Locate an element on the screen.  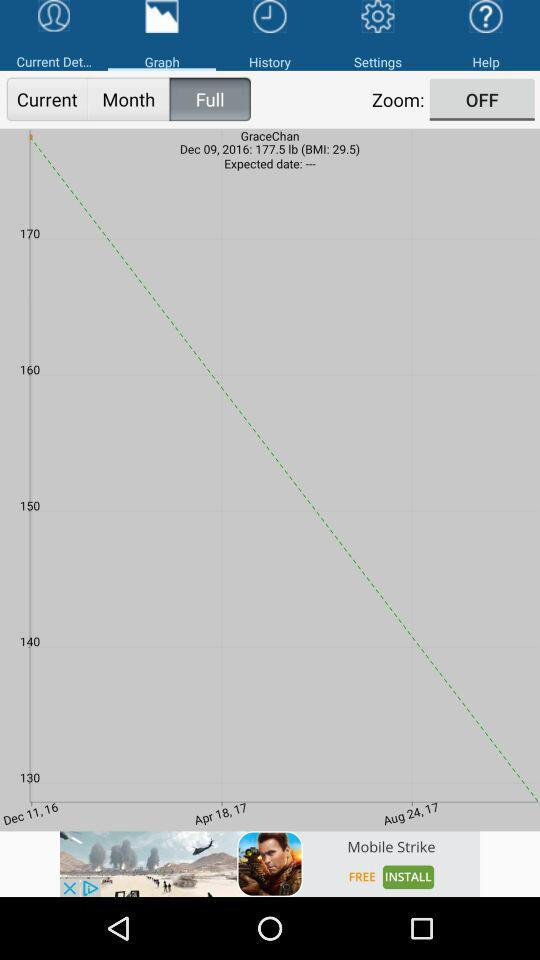
advertisement is located at coordinates (270, 863).